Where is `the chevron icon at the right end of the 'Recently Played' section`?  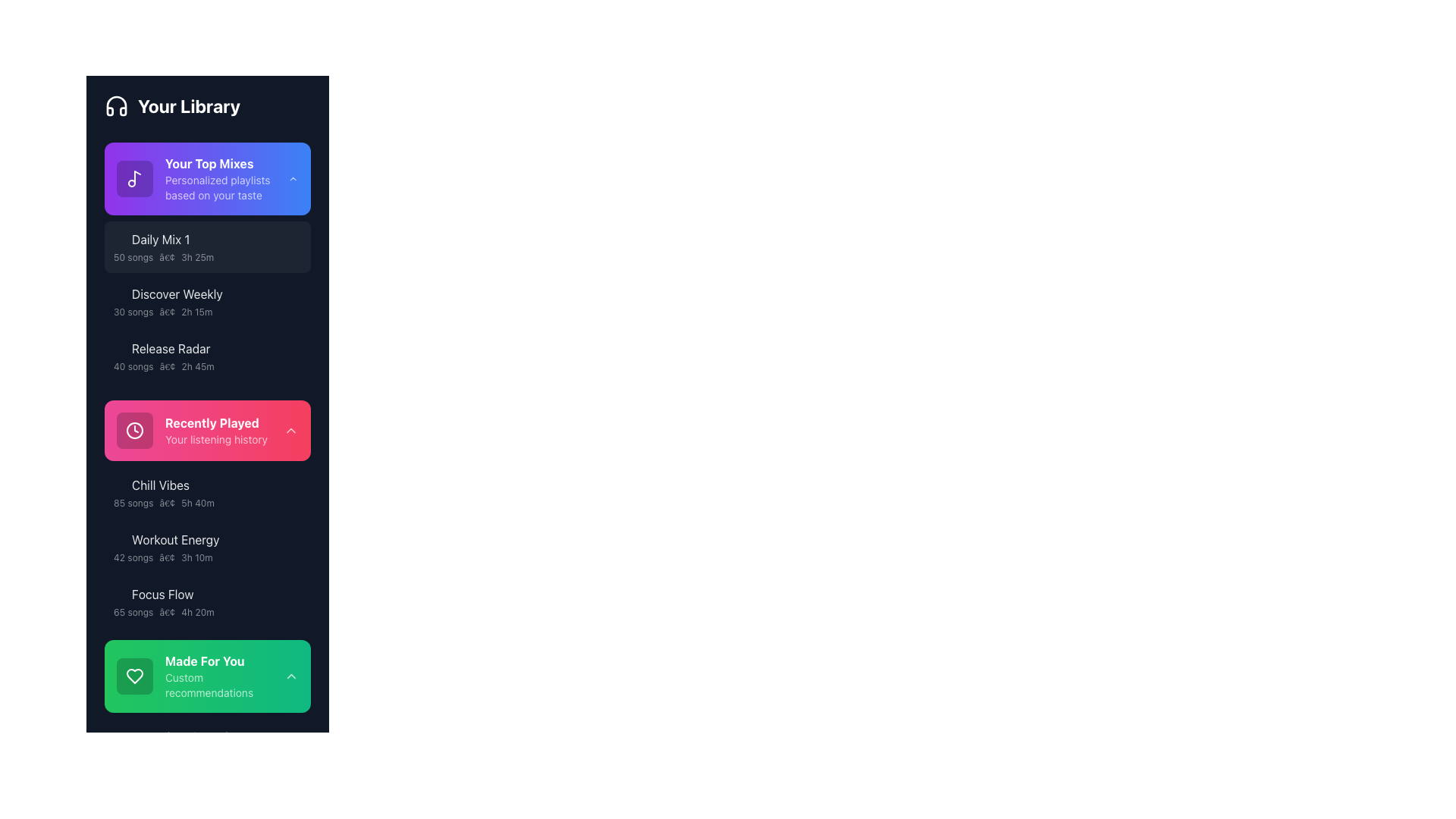 the chevron icon at the right end of the 'Recently Played' section is located at coordinates (291, 430).